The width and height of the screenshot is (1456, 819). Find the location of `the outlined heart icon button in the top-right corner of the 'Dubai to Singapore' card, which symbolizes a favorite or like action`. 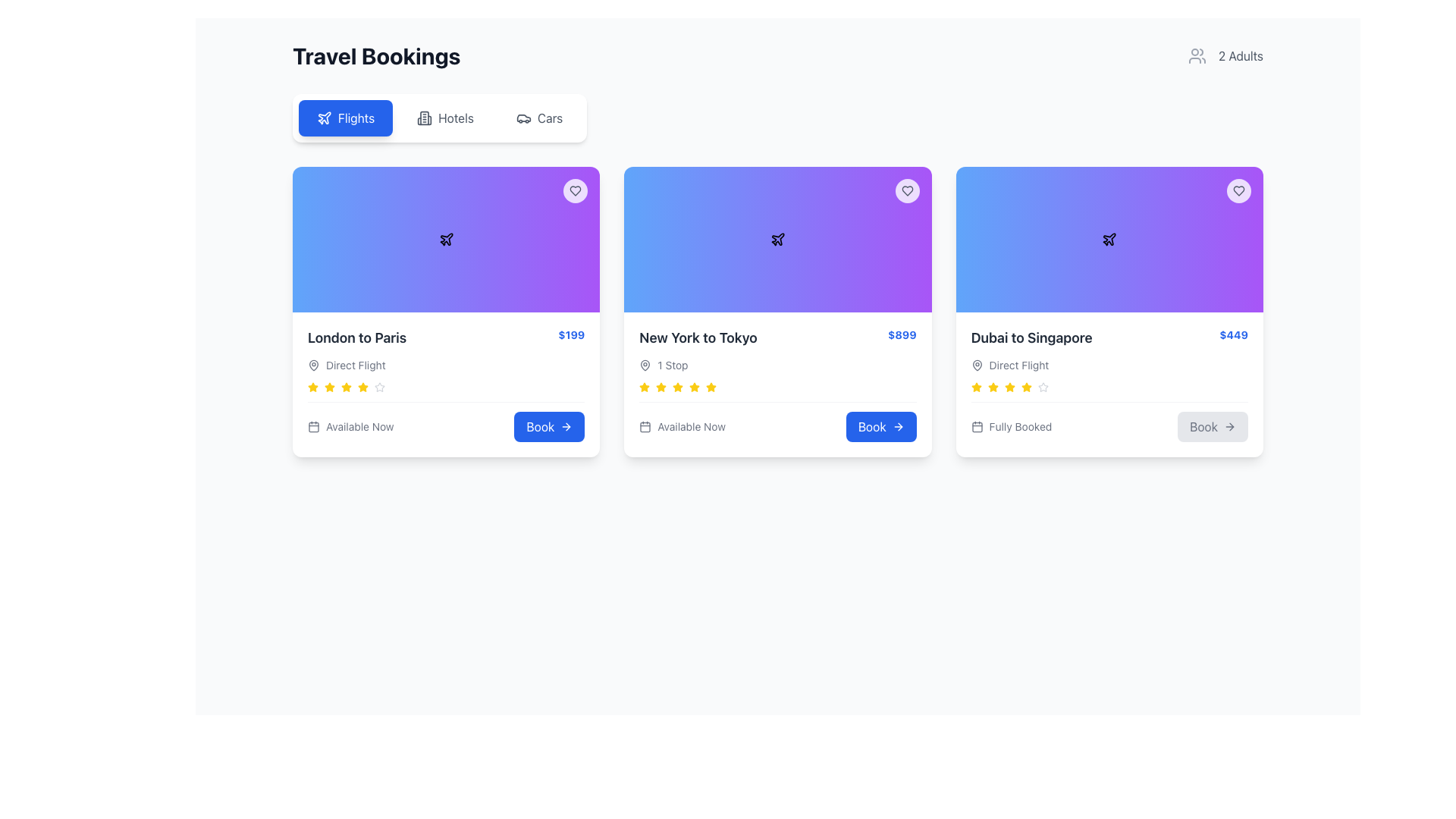

the outlined heart icon button in the top-right corner of the 'Dubai to Singapore' card, which symbolizes a favorite or like action is located at coordinates (1238, 190).